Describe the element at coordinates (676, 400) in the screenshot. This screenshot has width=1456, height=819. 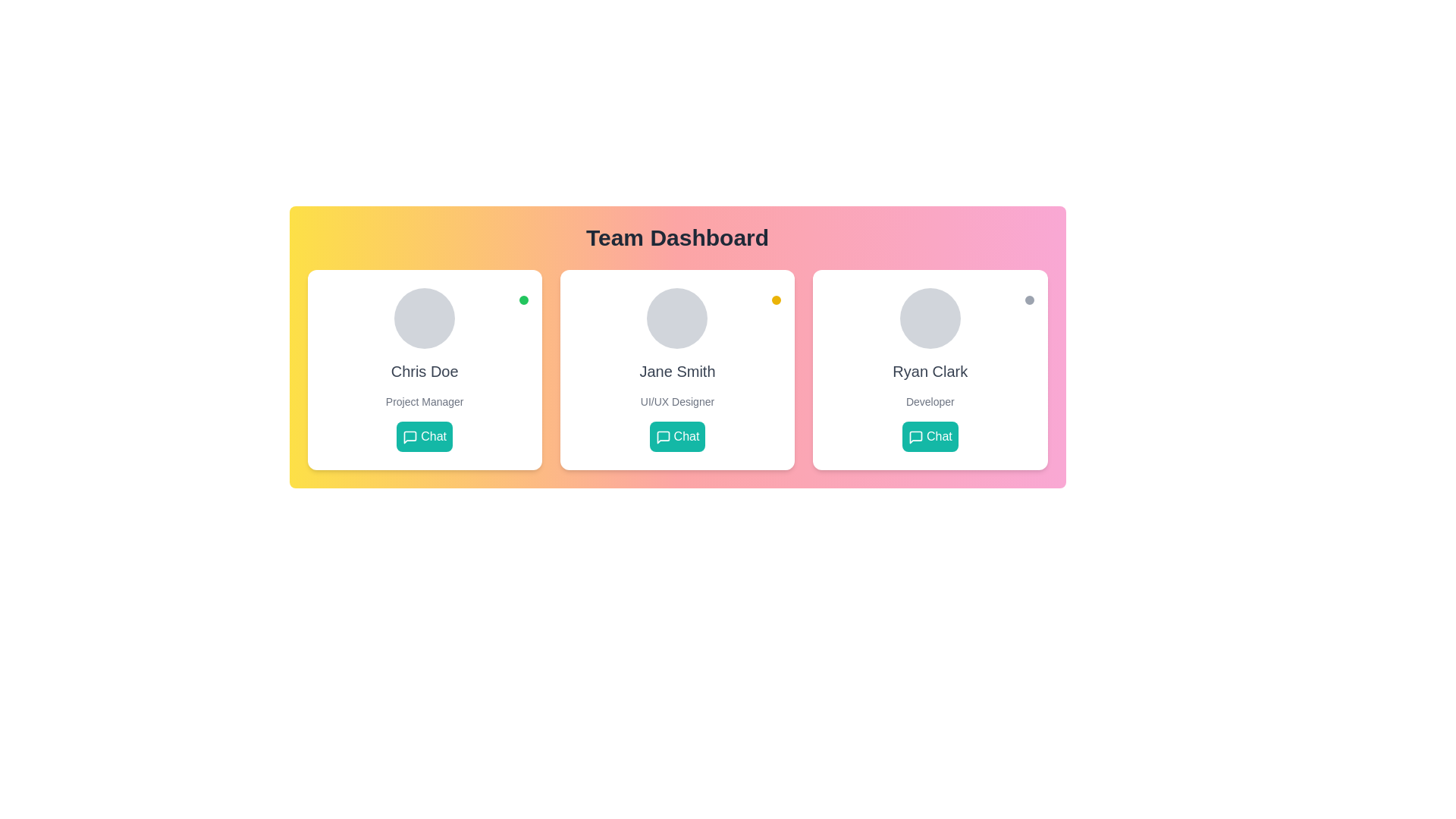
I see `text label that displays 'UI/UX Designer', which is styled in light gray and located beneath the name 'Jane Smith' in the second card from the left` at that location.